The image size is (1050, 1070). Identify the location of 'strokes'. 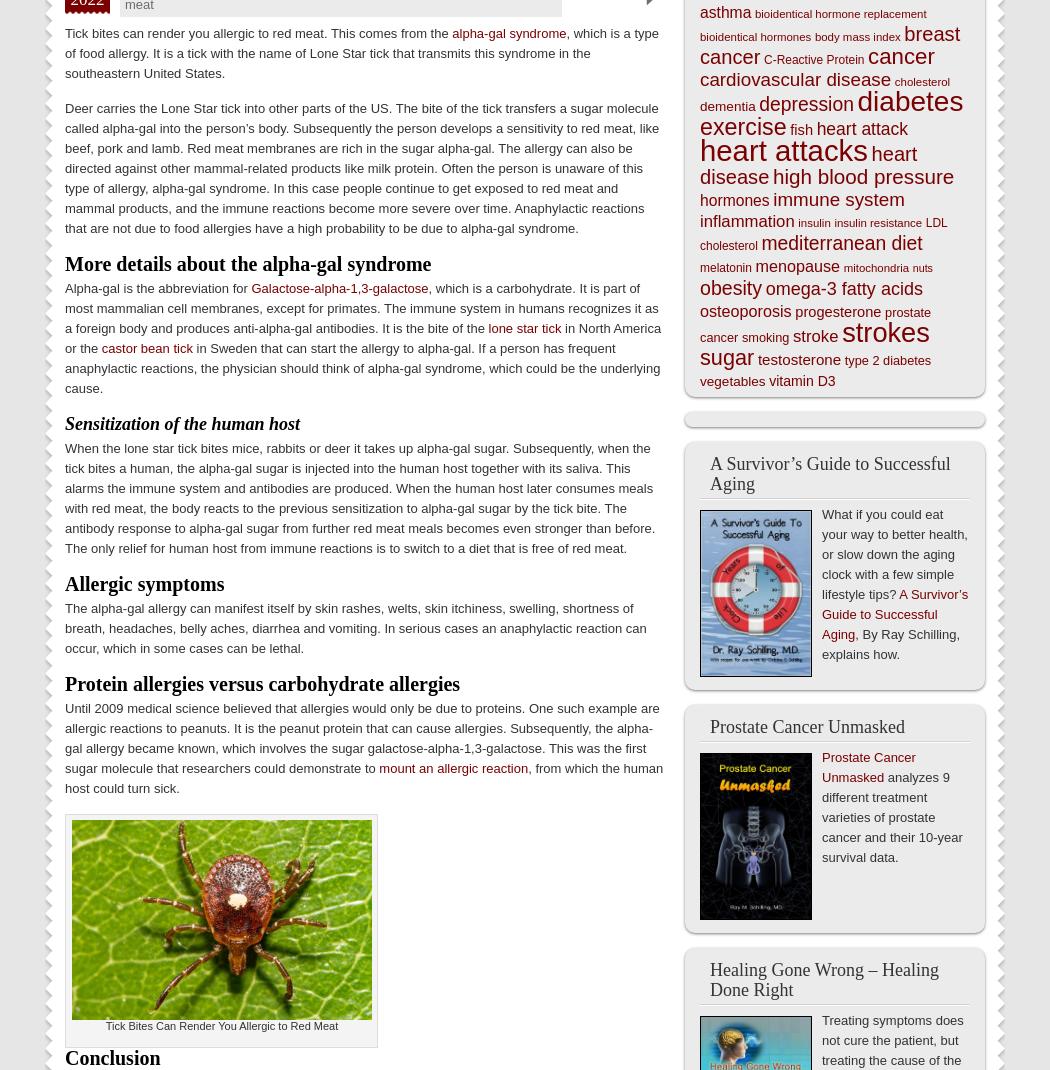
(884, 332).